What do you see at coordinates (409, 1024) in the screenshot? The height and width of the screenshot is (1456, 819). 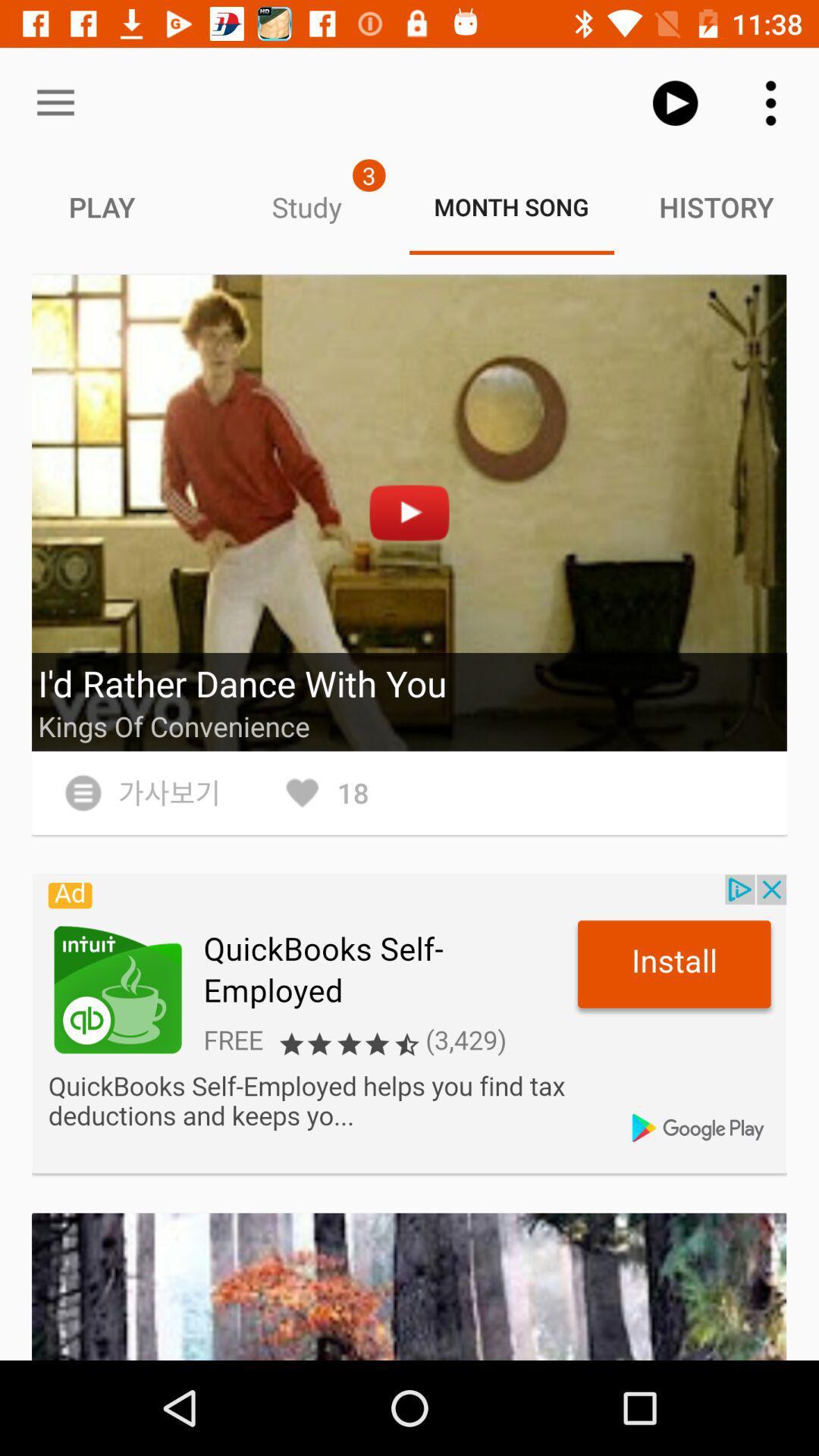 I see `visit sponsor advertisement` at bounding box center [409, 1024].